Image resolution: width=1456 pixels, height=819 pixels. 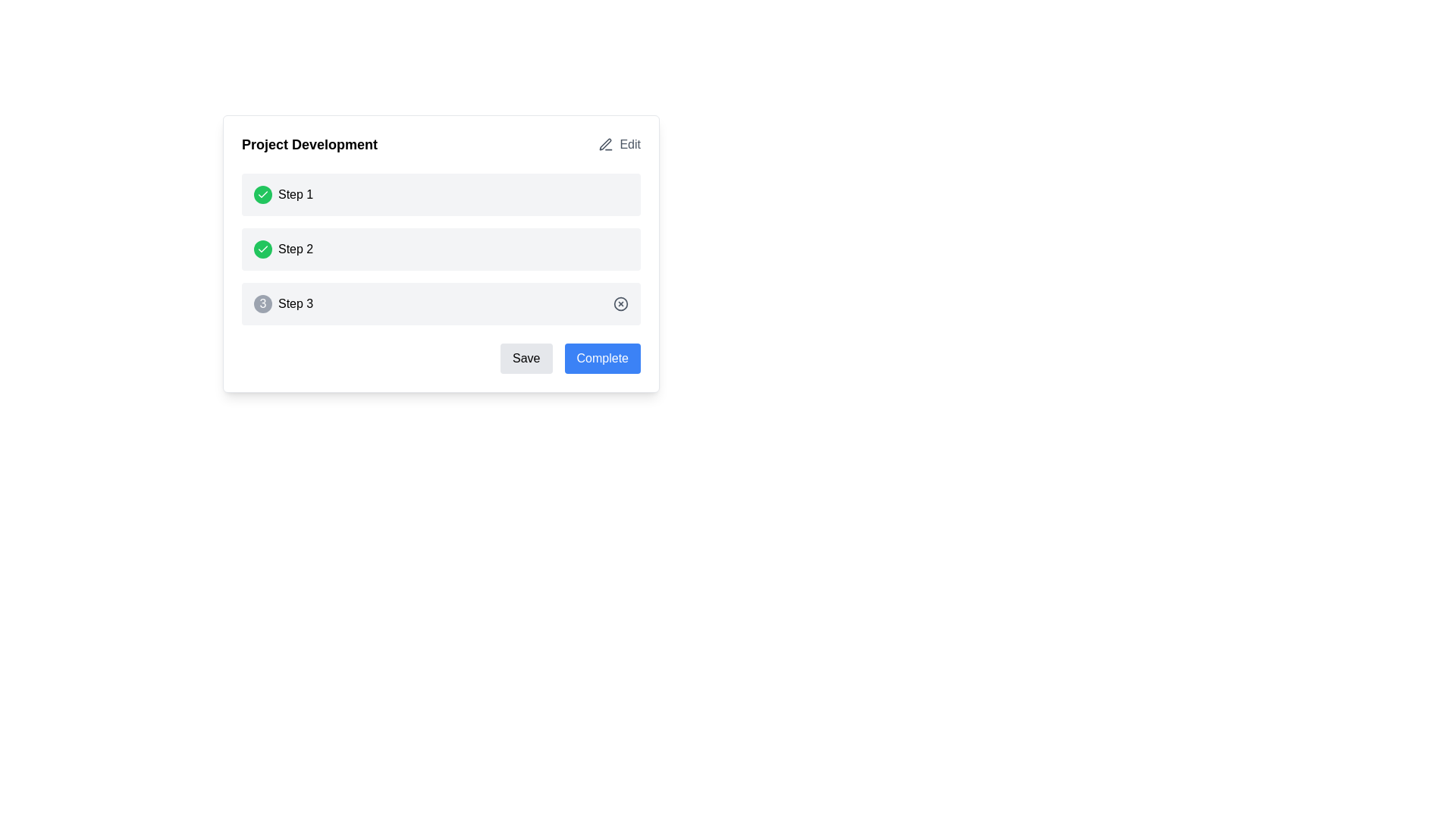 I want to click on the Text Label that describes the third step in the project development sequence, located below 'Step 1' and 'Step 2', so click(x=296, y=304).